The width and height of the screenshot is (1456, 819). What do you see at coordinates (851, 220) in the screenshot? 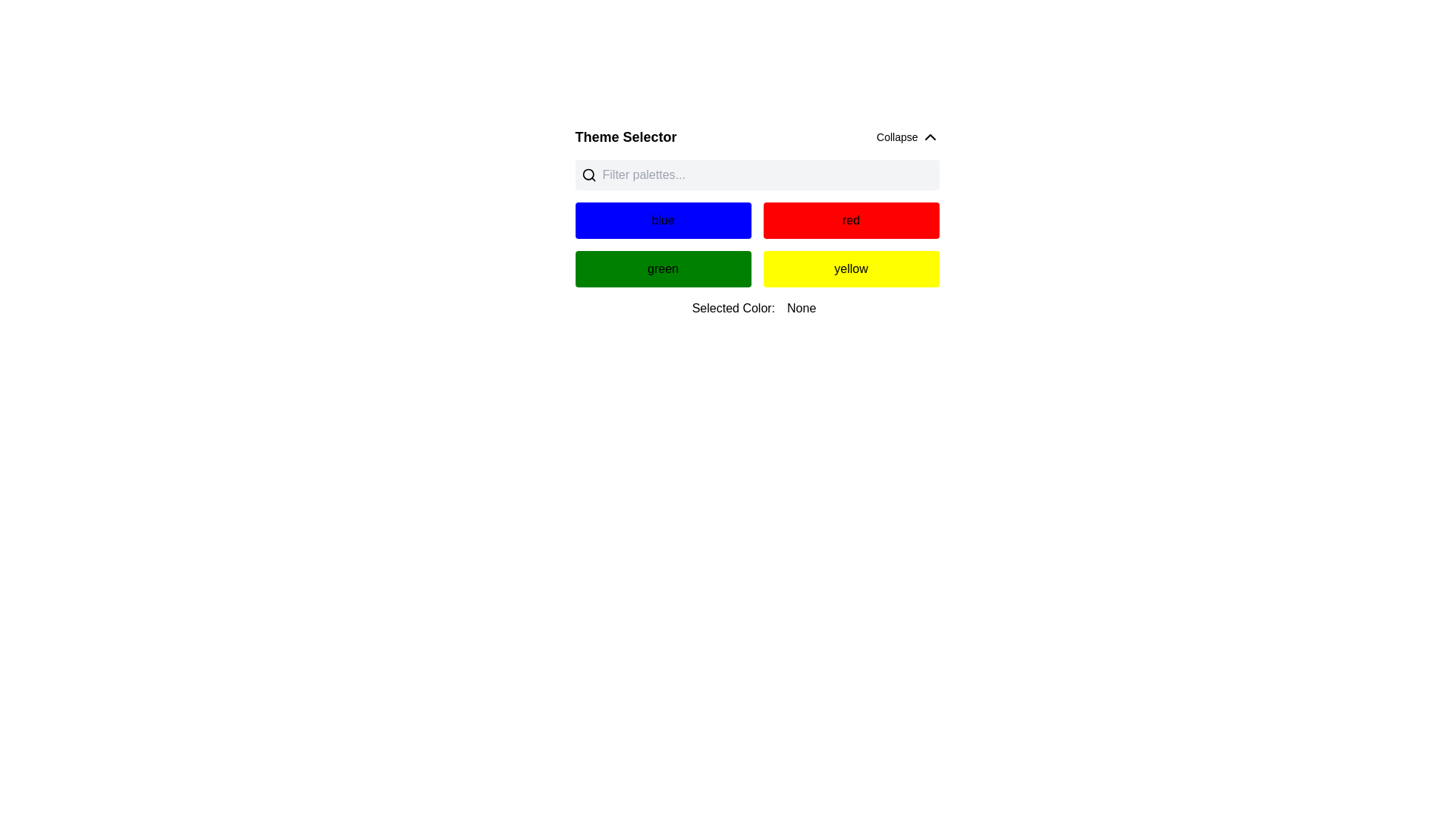
I see `the rectangular button with a red background and the text 'red' in black, located in the top-right of the grid layout` at bounding box center [851, 220].